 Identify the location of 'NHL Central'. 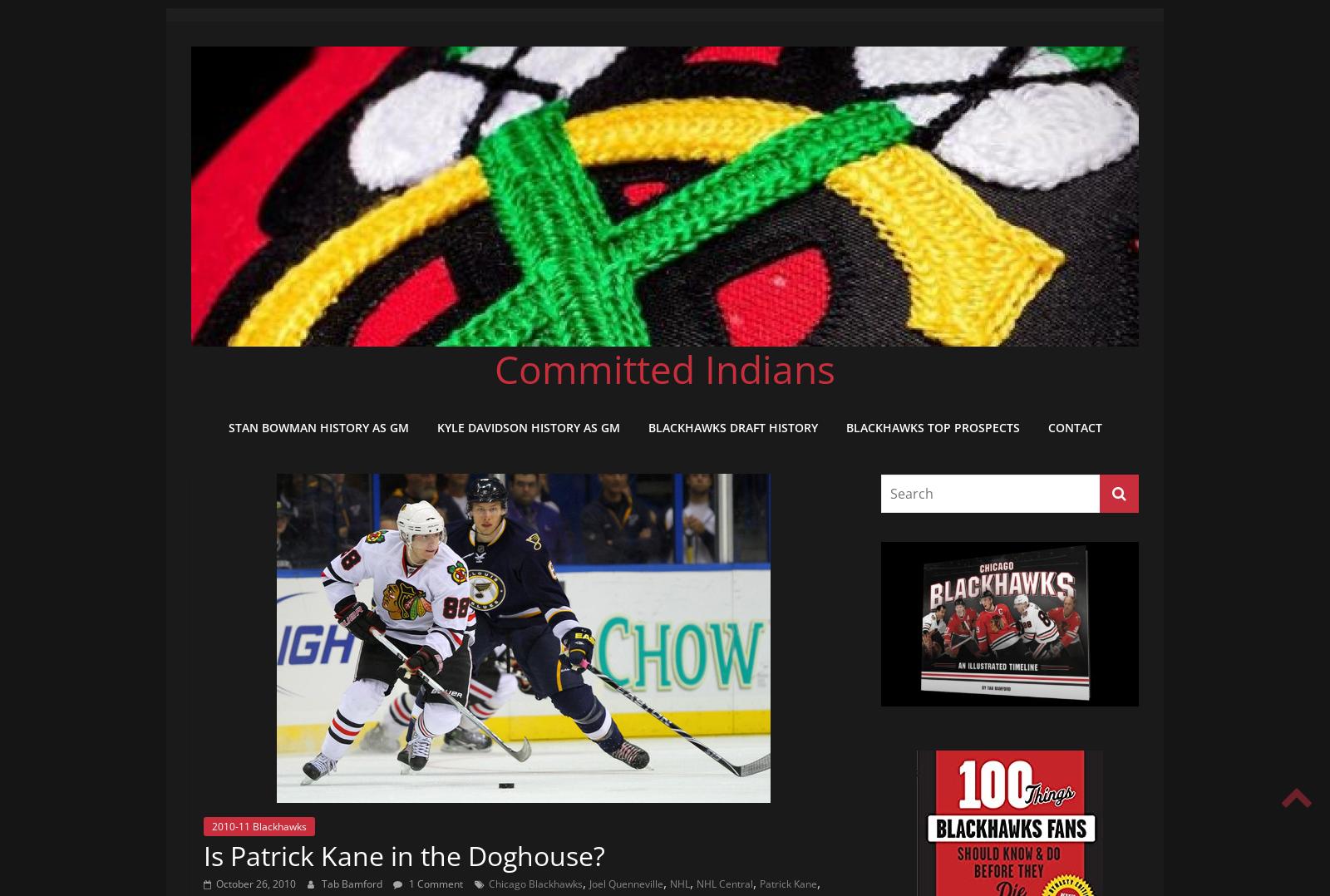
(696, 883).